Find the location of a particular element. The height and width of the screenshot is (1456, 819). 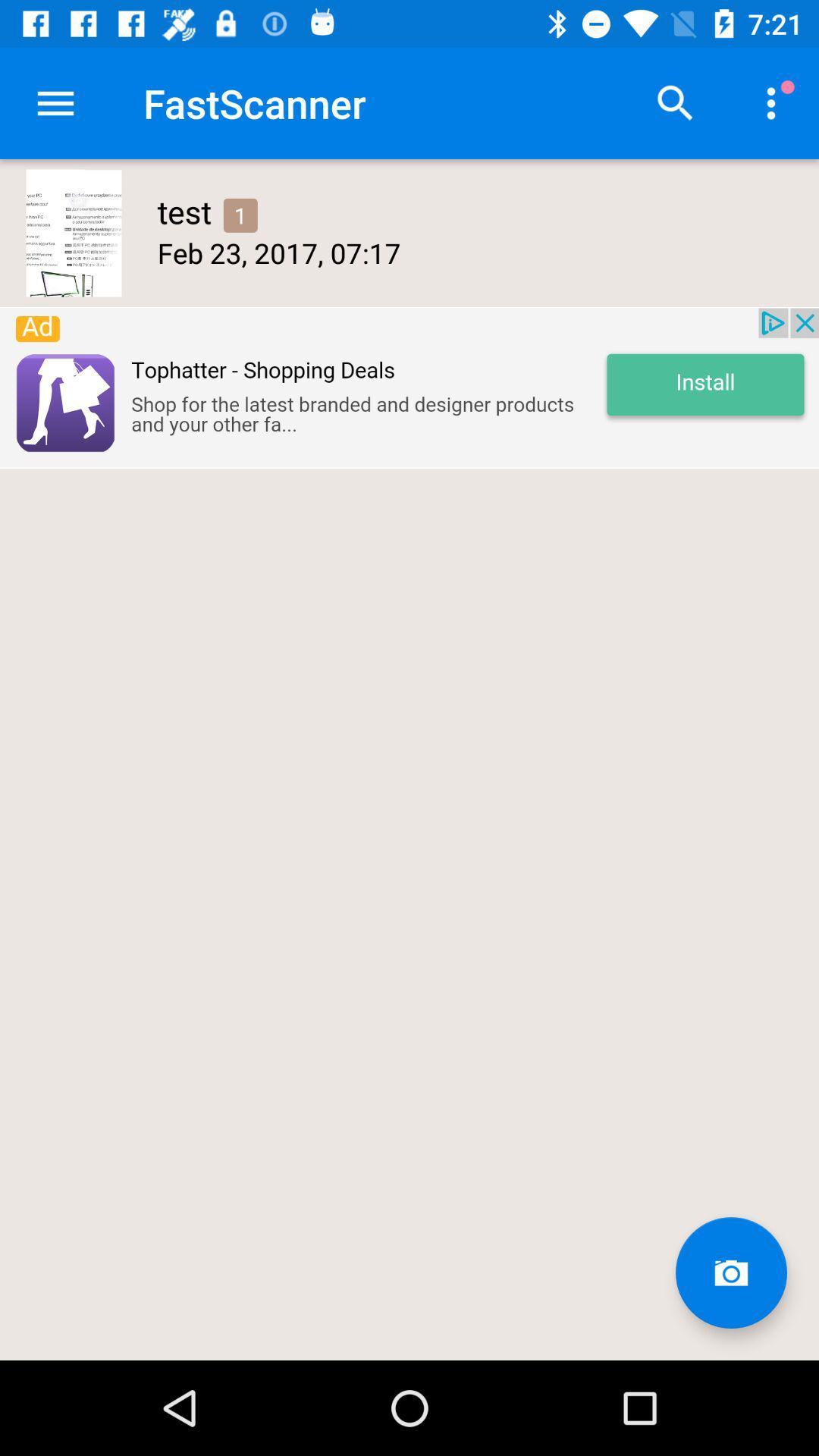

camera option is located at coordinates (730, 1272).